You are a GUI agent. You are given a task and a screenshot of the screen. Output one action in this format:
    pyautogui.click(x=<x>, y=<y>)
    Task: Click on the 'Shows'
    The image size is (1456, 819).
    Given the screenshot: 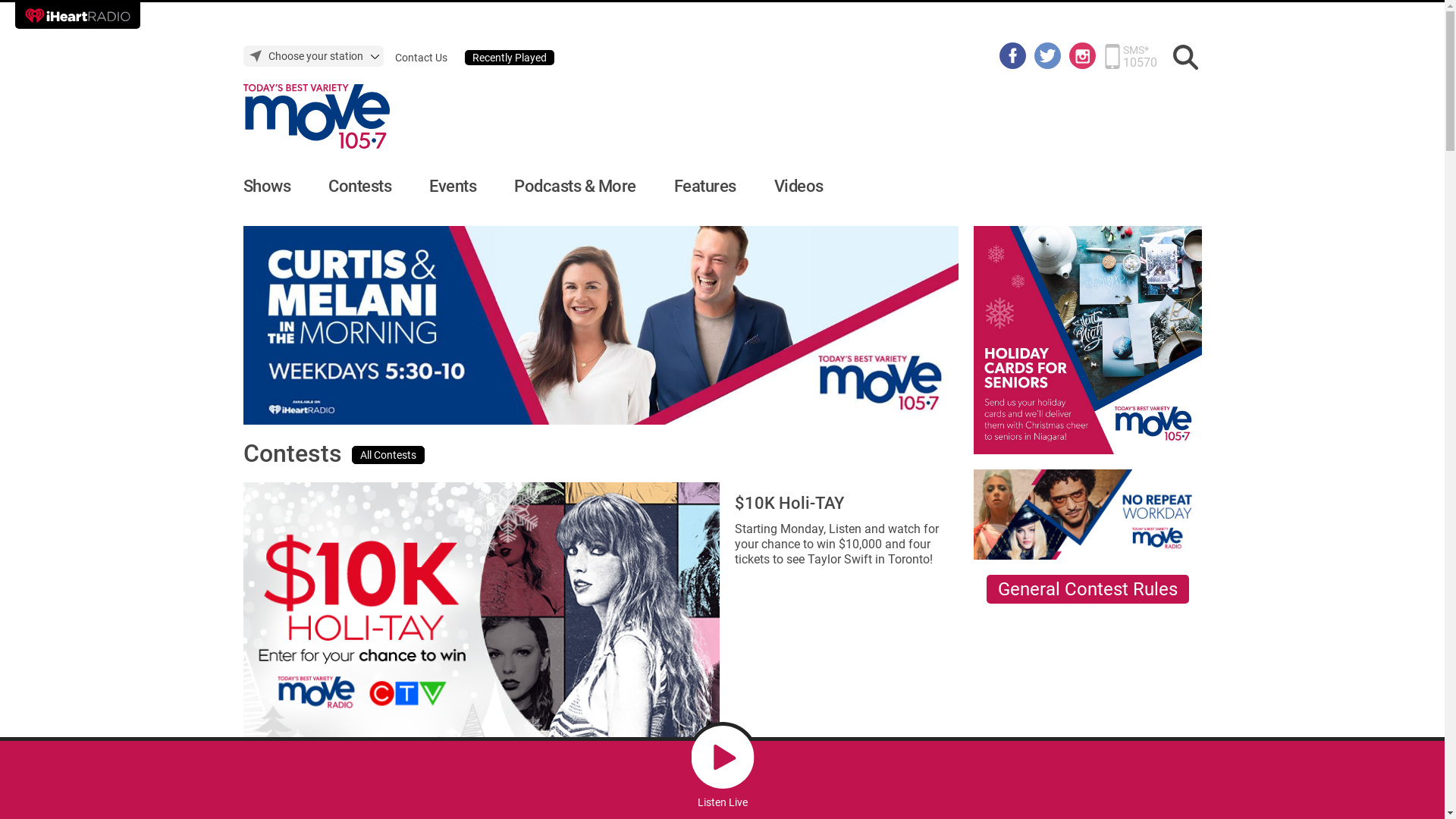 What is the action you would take?
    pyautogui.click(x=266, y=186)
    